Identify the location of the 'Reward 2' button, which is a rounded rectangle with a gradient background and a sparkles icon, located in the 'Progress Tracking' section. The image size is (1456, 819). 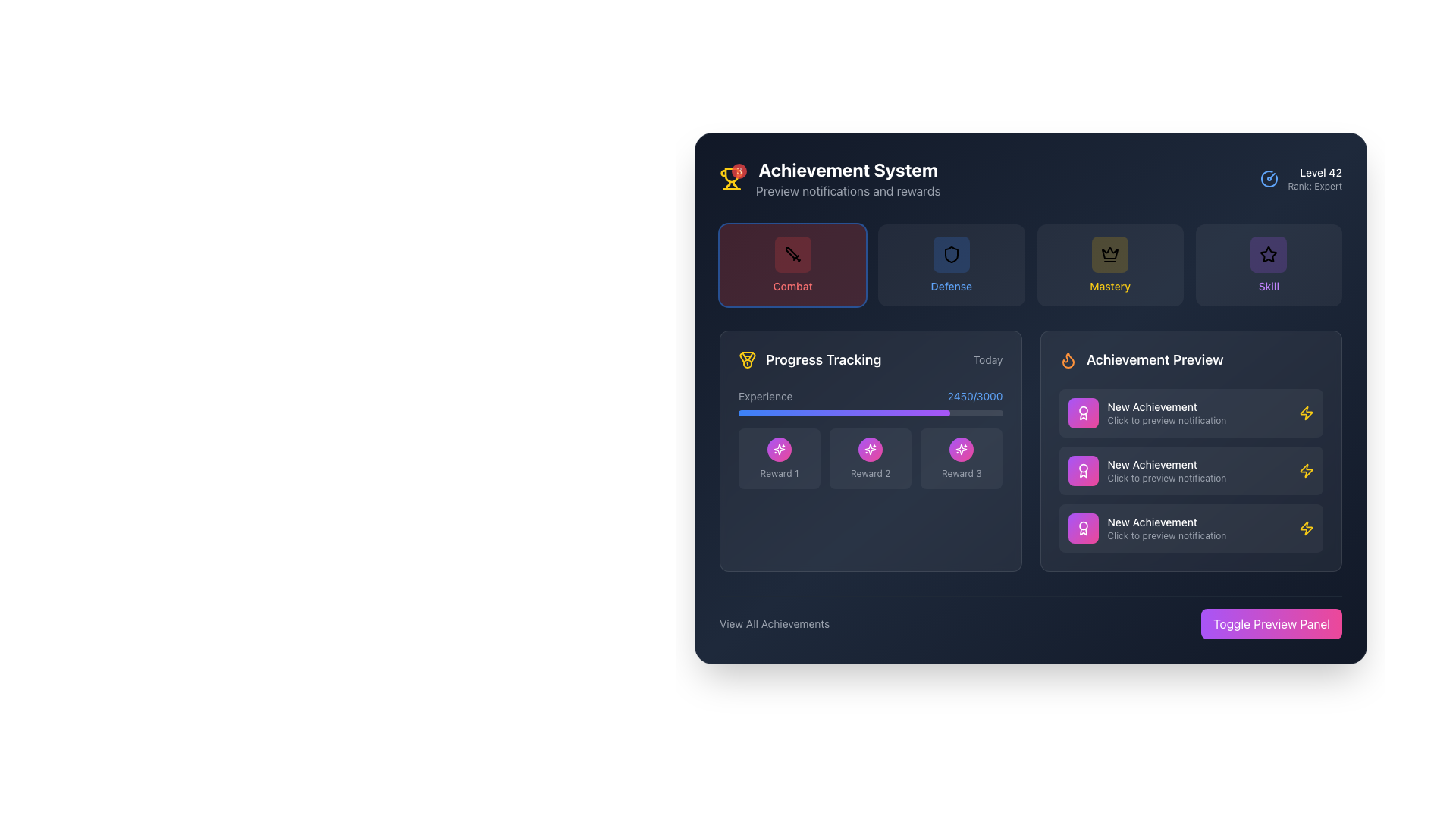
(871, 438).